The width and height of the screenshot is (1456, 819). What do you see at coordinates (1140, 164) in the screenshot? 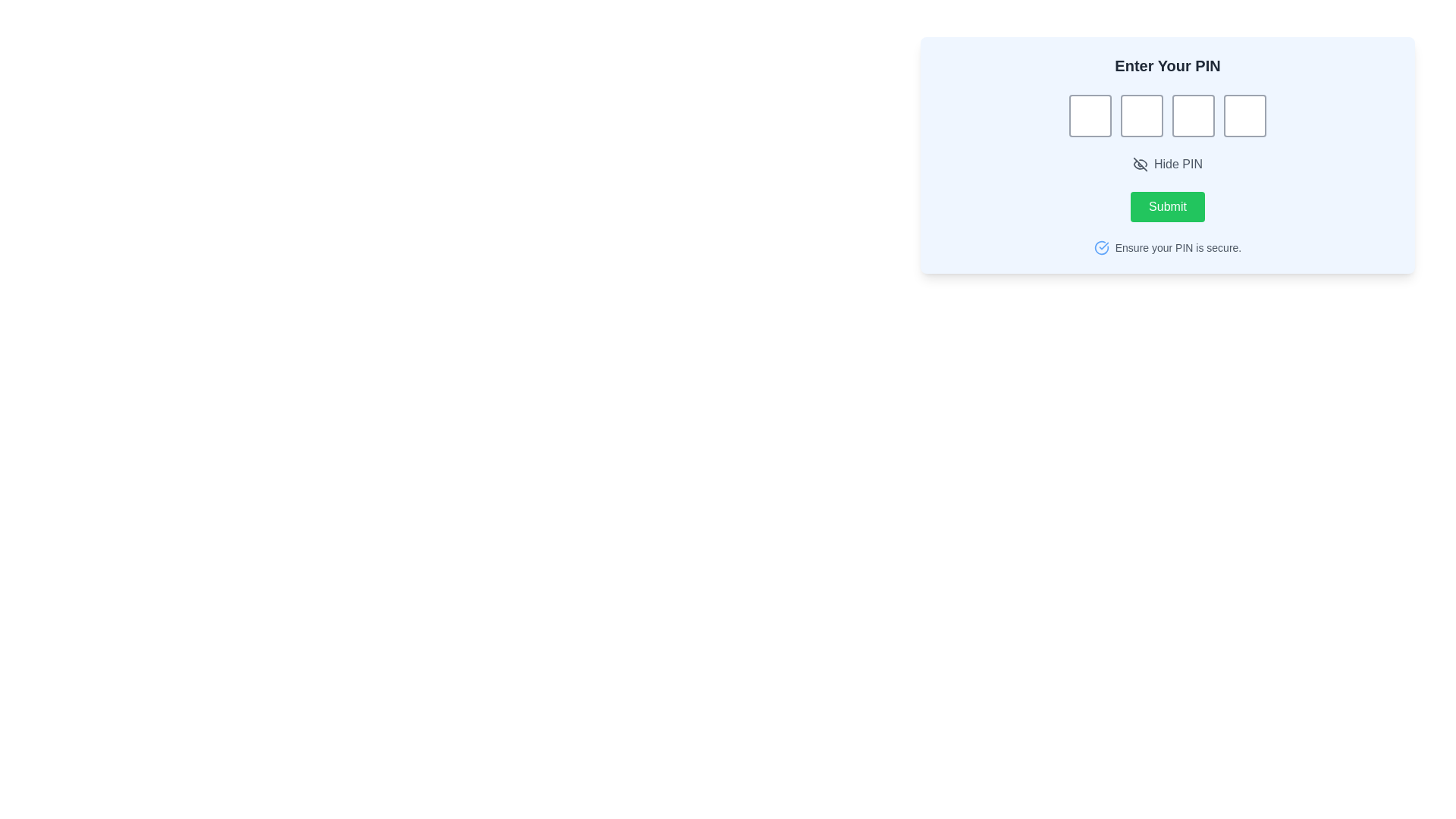
I see `the eye icon with a strikethrough line, located to the left of the 'Hide PIN' text` at bounding box center [1140, 164].